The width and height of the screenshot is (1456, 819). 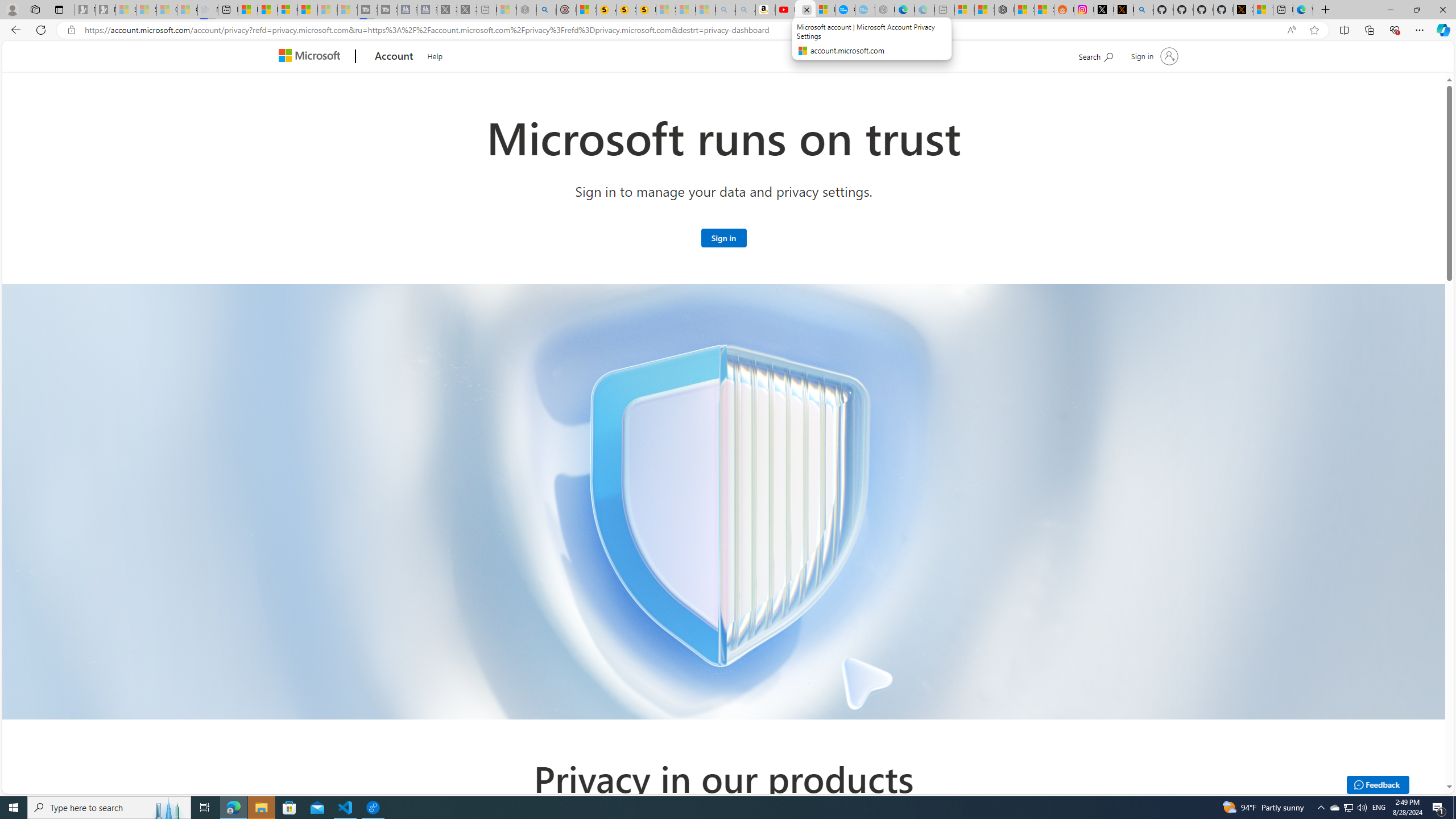 I want to click on 'Sign in to your account', so click(x=1152, y=55).